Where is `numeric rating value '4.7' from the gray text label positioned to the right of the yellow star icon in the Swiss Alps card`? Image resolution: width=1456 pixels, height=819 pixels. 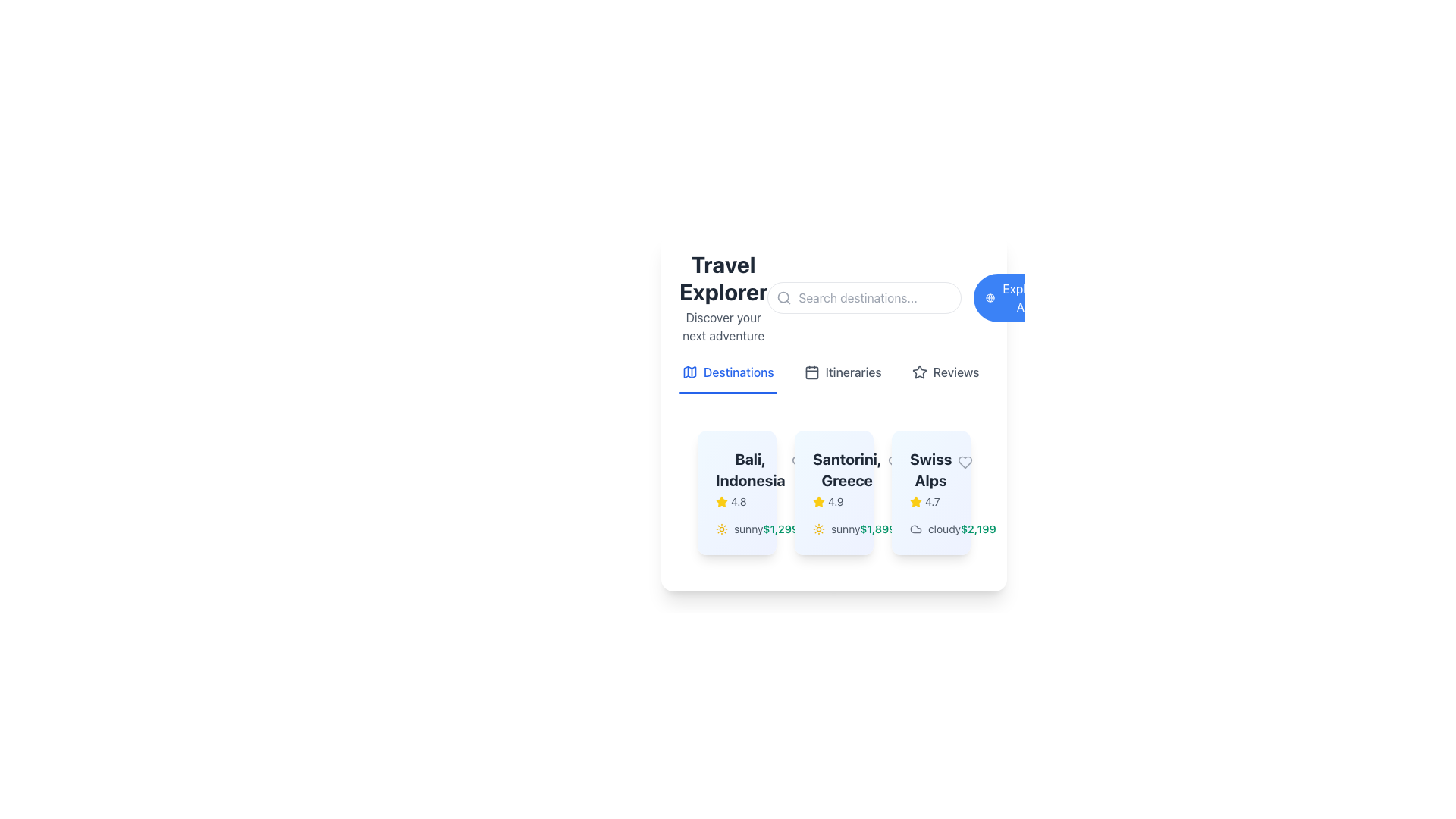
numeric rating value '4.7' from the gray text label positioned to the right of the yellow star icon in the Swiss Alps card is located at coordinates (931, 502).